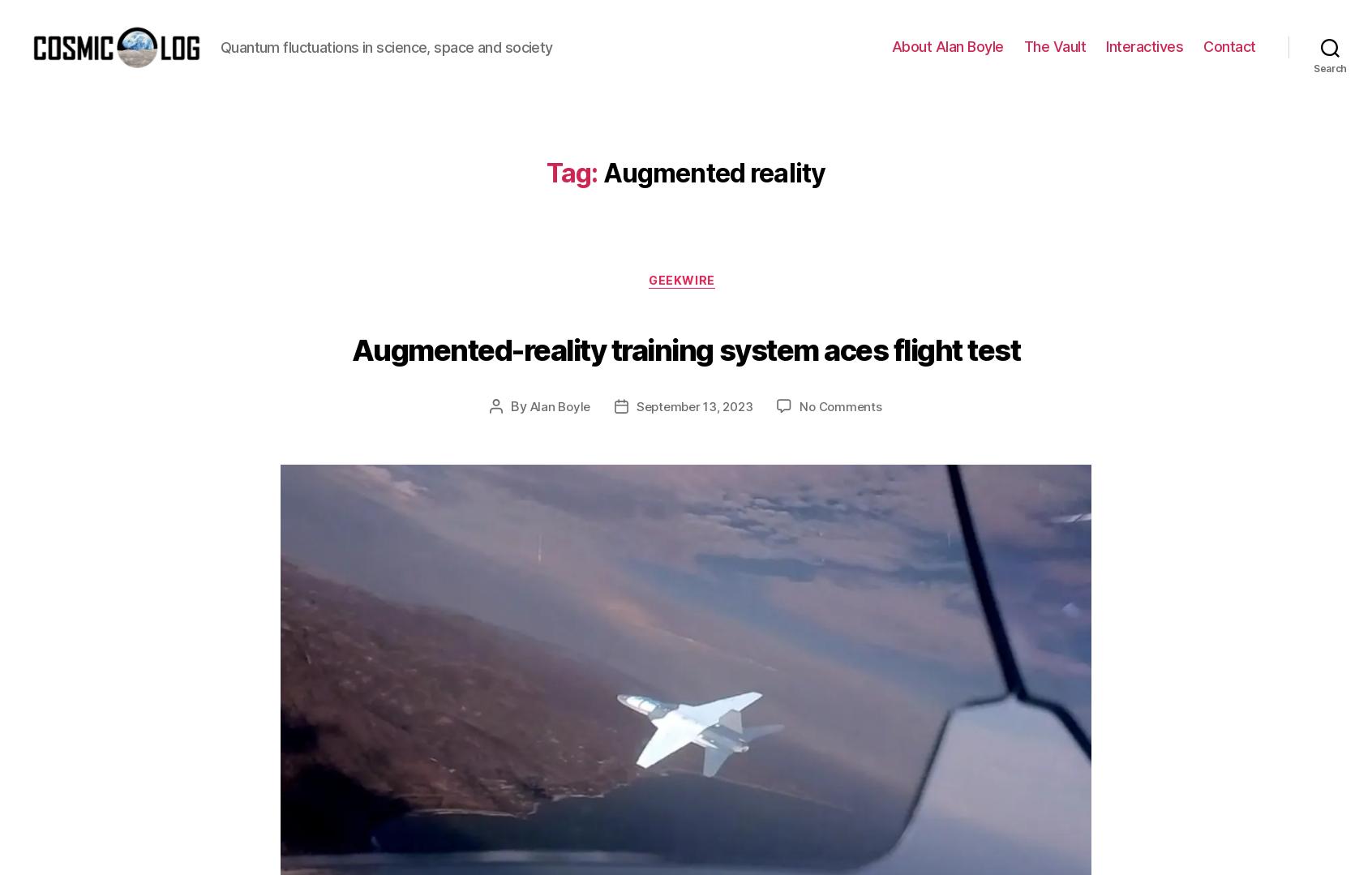 The image size is (1372, 875). What do you see at coordinates (679, 122) in the screenshot?
I see `'Maryland Blended Reality Center'` at bounding box center [679, 122].